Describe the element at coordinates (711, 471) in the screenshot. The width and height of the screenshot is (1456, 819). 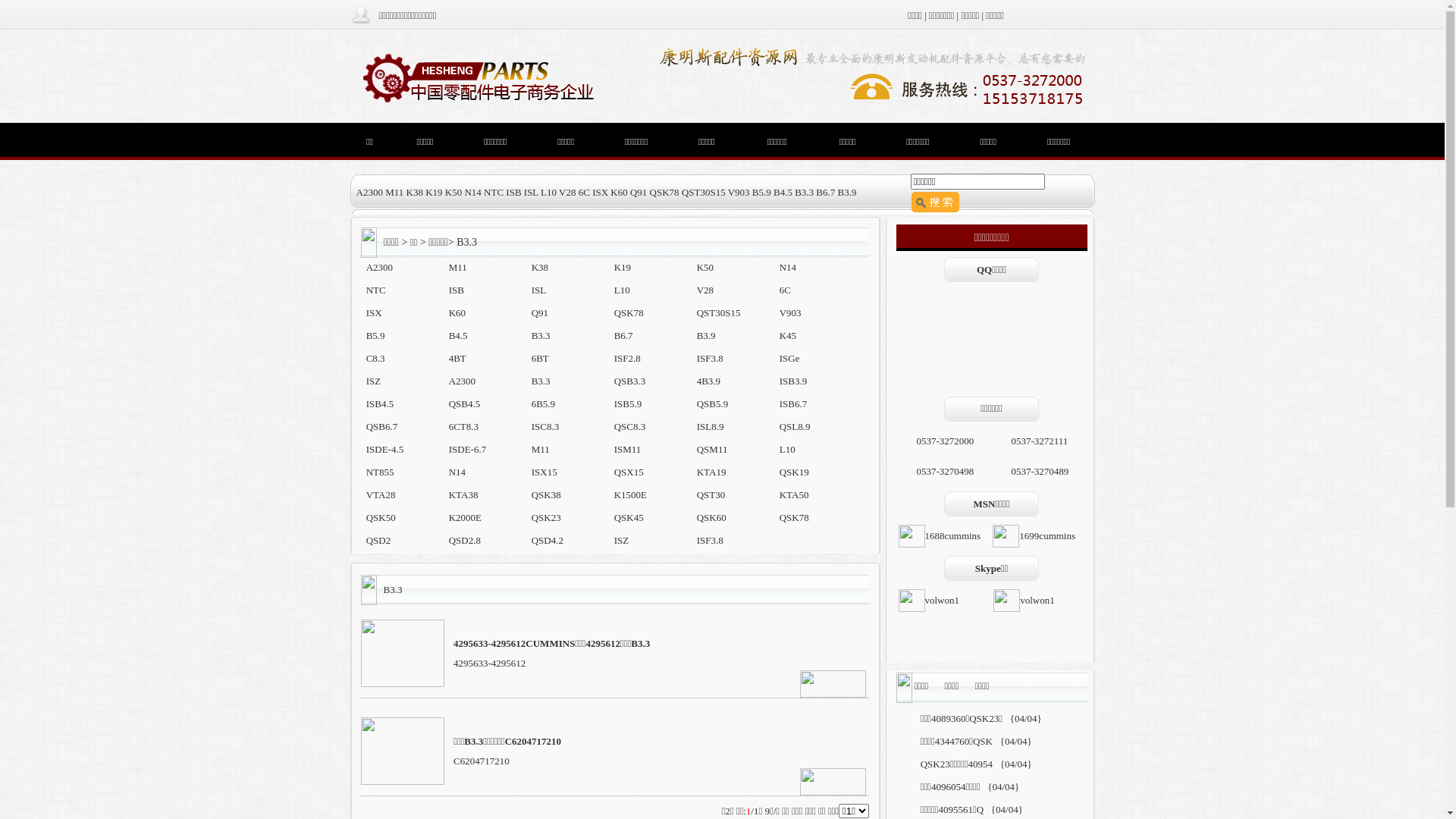
I see `'KTA19'` at that location.